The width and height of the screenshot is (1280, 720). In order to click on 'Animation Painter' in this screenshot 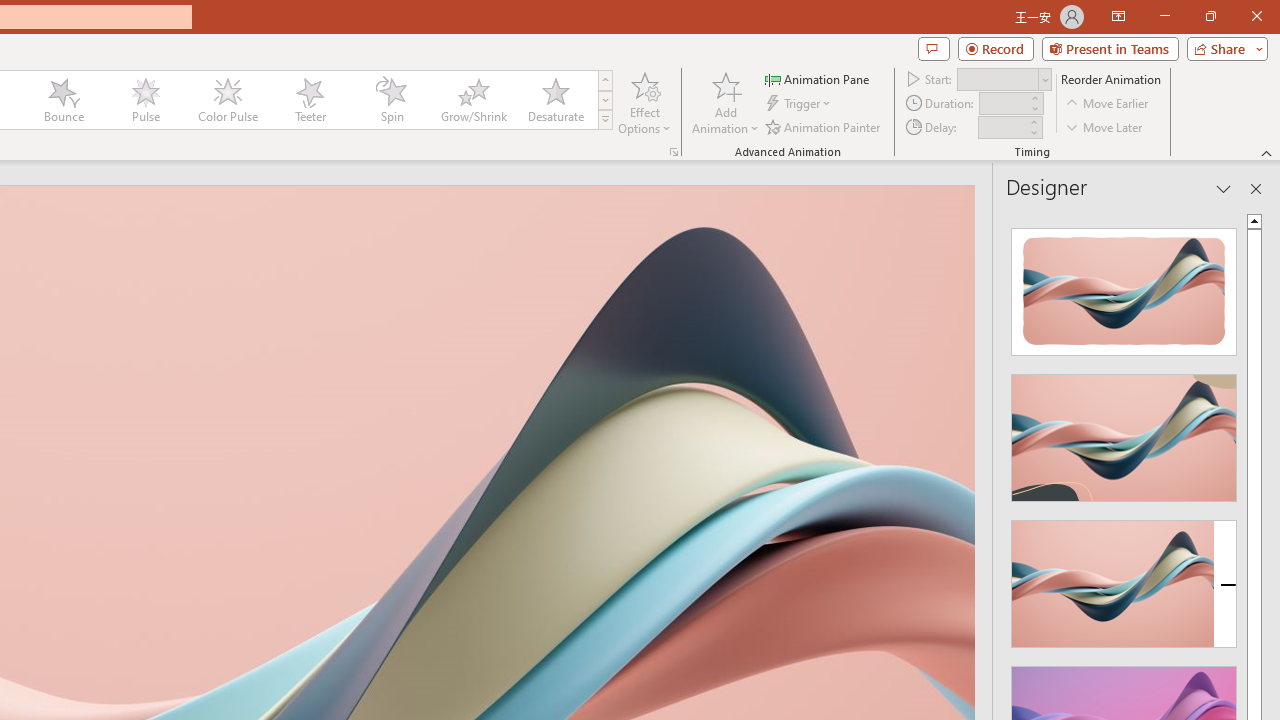, I will do `click(824, 127)`.